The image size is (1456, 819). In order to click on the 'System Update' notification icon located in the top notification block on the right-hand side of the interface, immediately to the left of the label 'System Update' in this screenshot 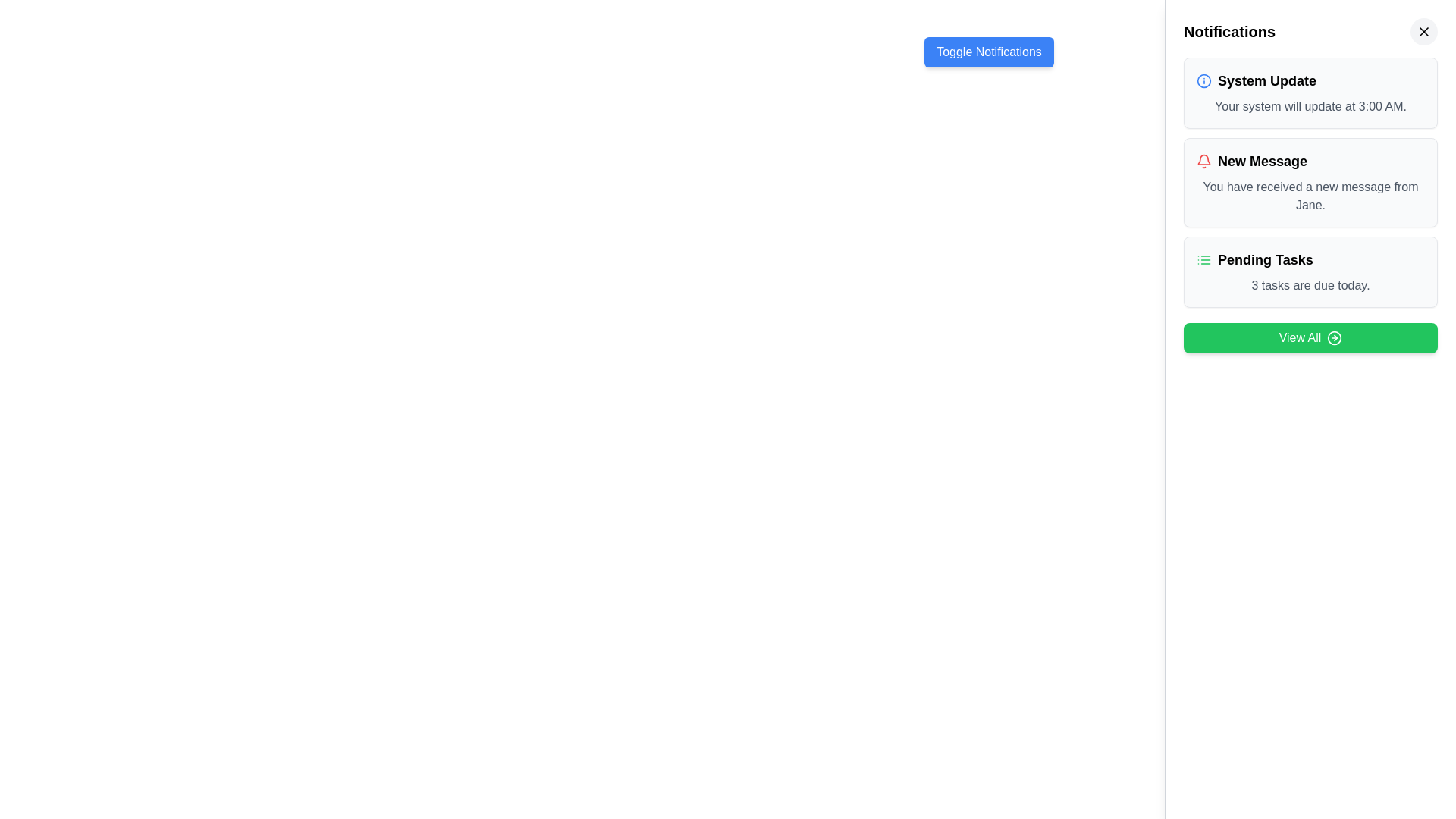, I will do `click(1203, 81)`.